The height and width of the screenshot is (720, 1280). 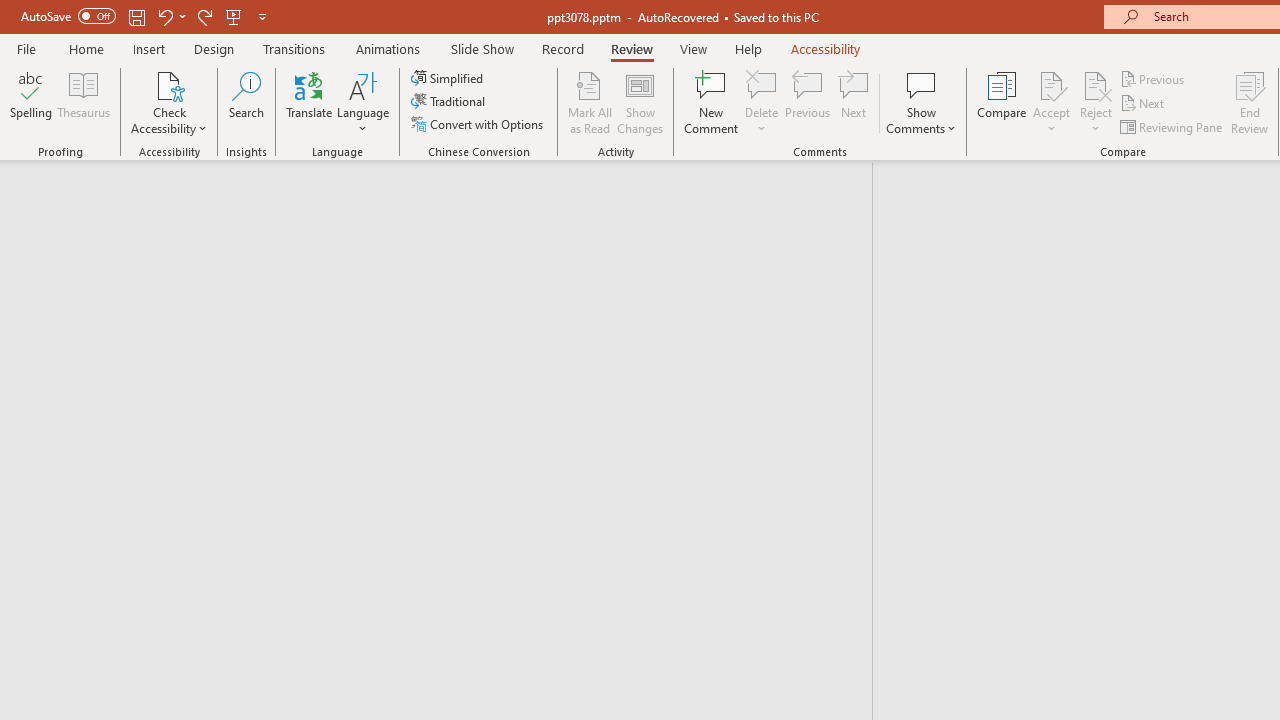 What do you see at coordinates (920, 103) in the screenshot?
I see `'Show Comments'` at bounding box center [920, 103].